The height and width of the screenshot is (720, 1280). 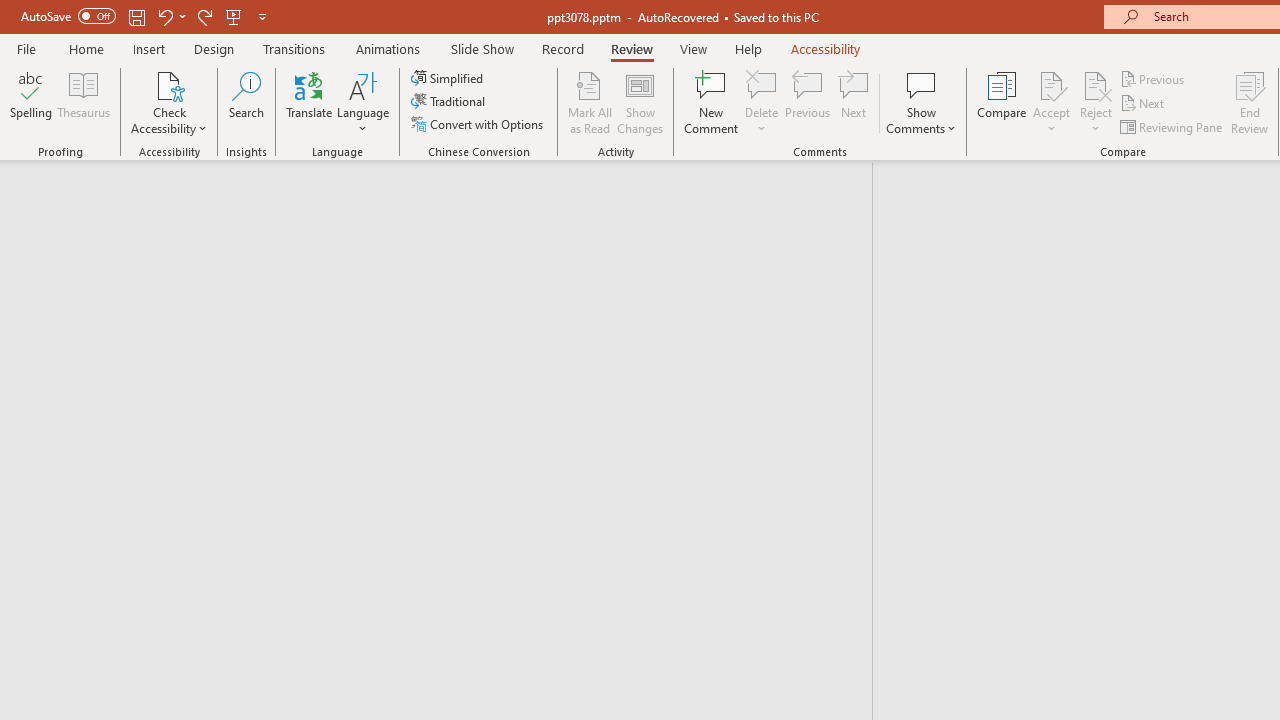 What do you see at coordinates (920, 103) in the screenshot?
I see `'Show Comments'` at bounding box center [920, 103].